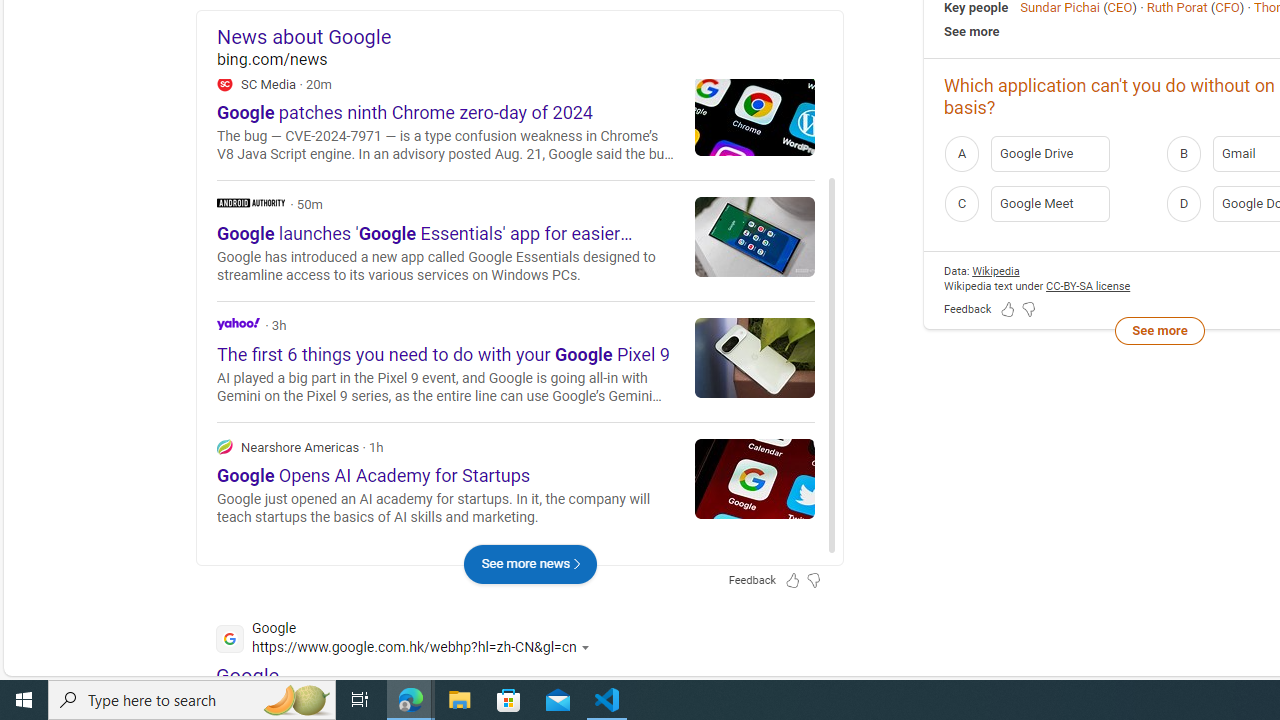 The width and height of the screenshot is (1280, 720). Describe the element at coordinates (250, 202) in the screenshot. I see `'Android Authority'` at that location.